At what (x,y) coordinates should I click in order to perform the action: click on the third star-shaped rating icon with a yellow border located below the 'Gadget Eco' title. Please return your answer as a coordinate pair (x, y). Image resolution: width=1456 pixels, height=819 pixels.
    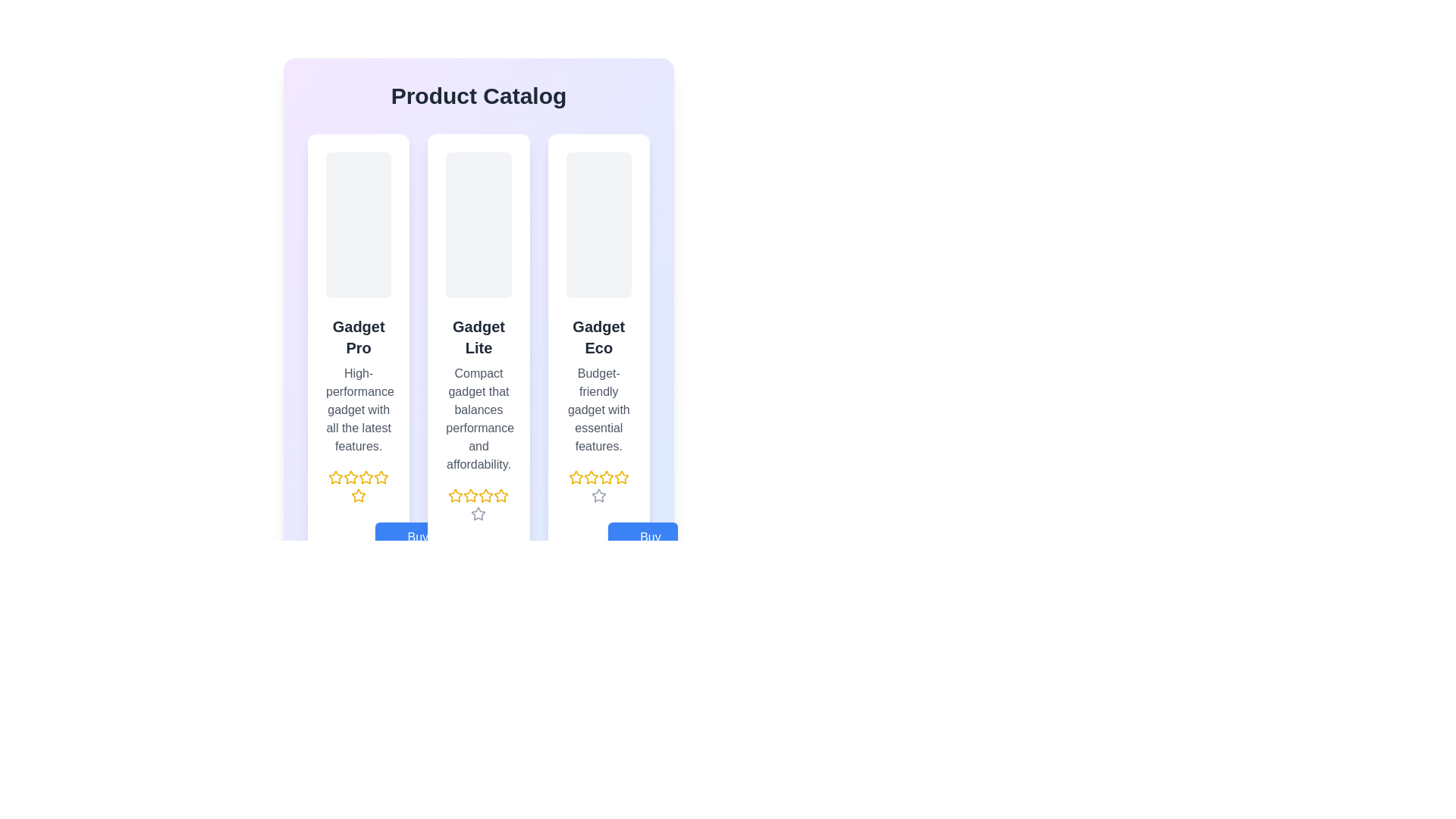
    Looking at the image, I should click on (621, 476).